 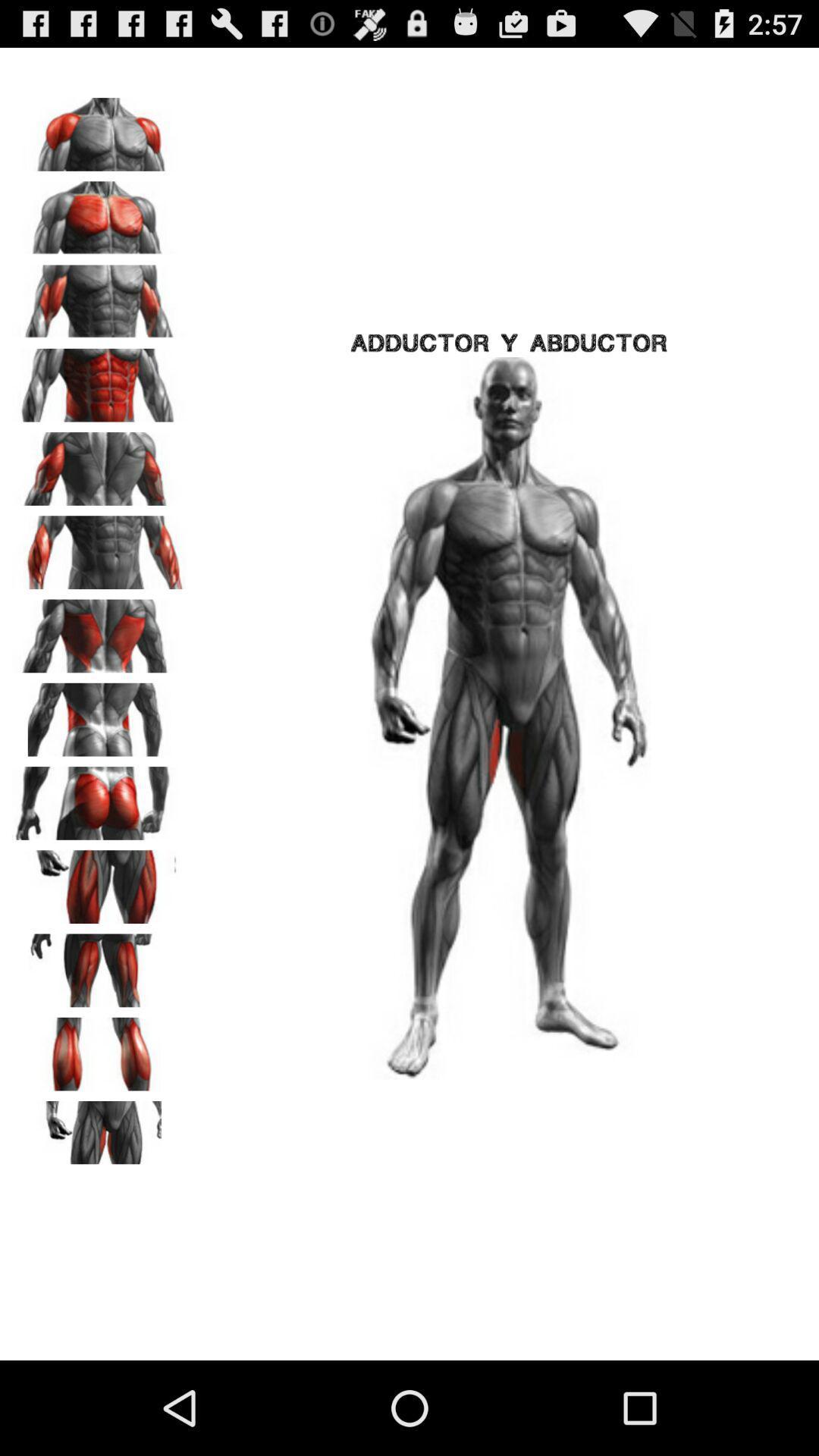 I want to click on the pause icon, so click(x=99, y=1122).